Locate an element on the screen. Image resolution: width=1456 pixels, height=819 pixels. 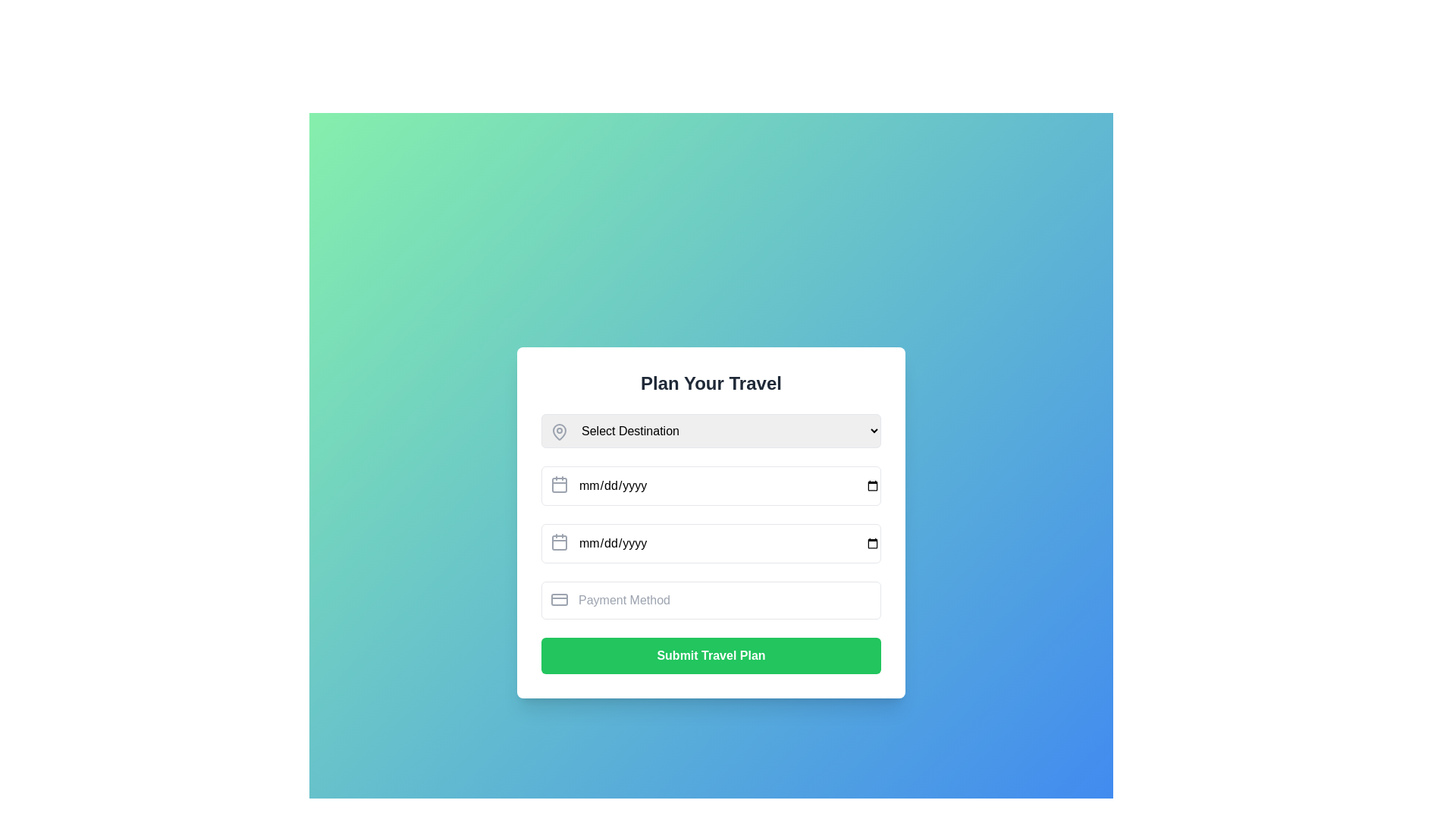
the gray map pin icon located at the top-left corner of the 'Select Destination' dropdown field is located at coordinates (559, 431).